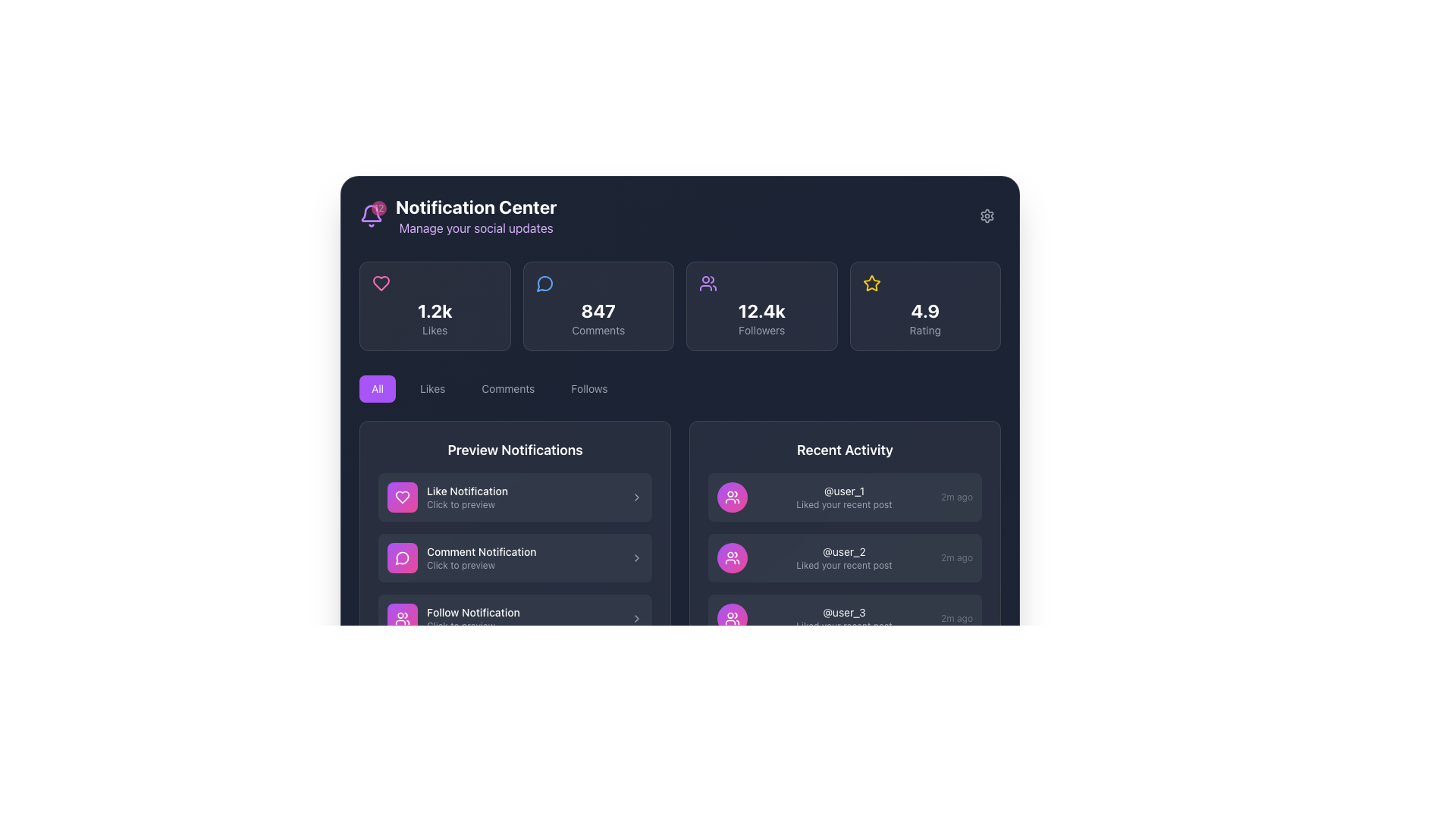  What do you see at coordinates (956, 558) in the screenshot?
I see `the timestamp text label indicating the time since the associated activity occurred, located at the far right of the notification card in the 'Recent Activity' section to read its content` at bounding box center [956, 558].